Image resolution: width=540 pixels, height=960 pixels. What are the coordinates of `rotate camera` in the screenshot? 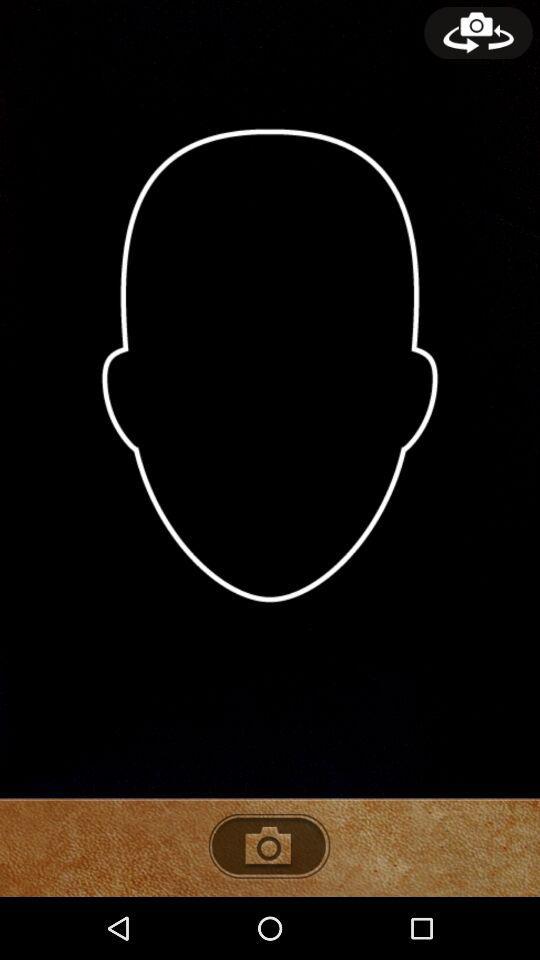 It's located at (477, 32).